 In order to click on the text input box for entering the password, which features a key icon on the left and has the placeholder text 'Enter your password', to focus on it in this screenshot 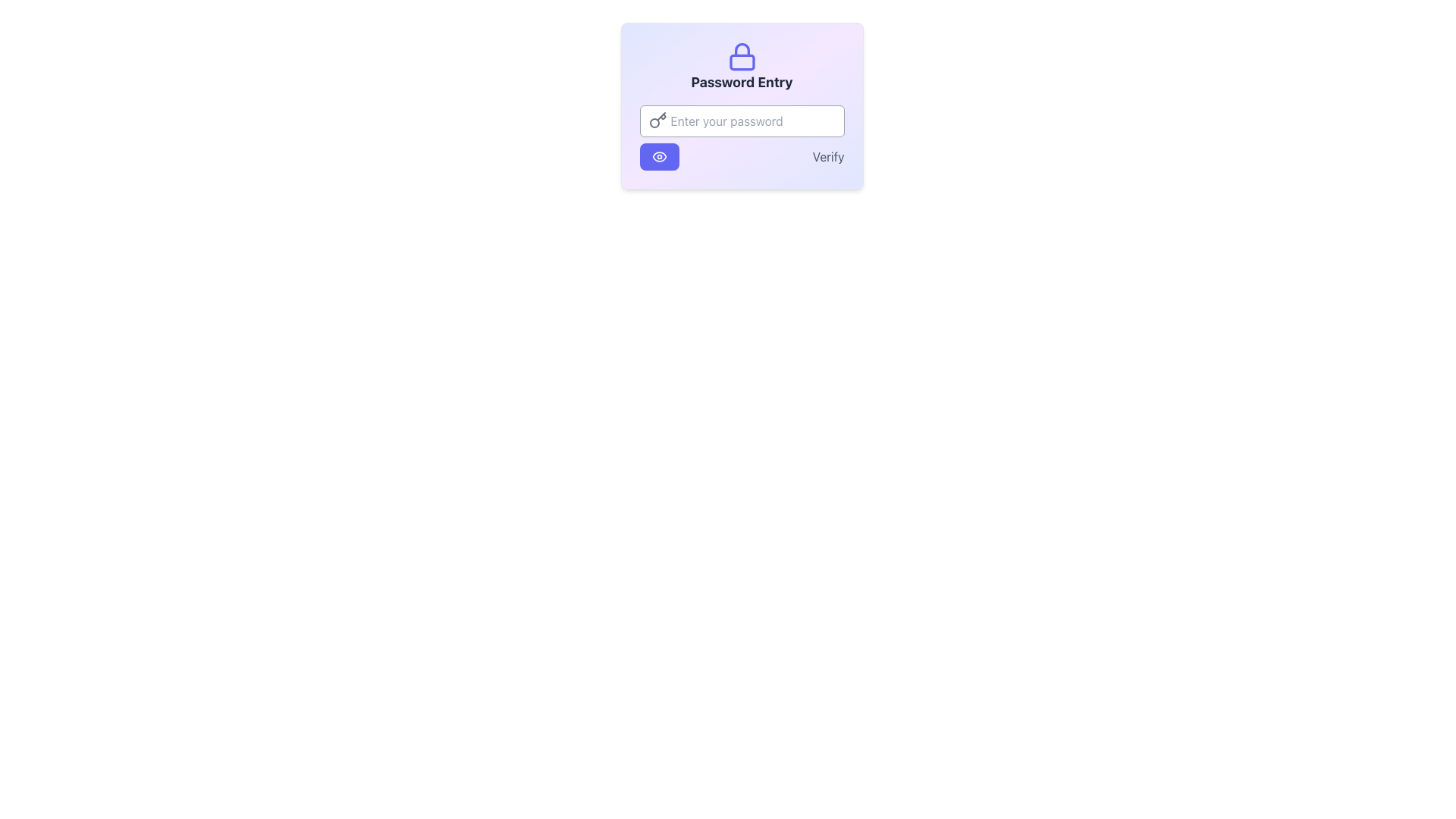, I will do `click(742, 137)`.